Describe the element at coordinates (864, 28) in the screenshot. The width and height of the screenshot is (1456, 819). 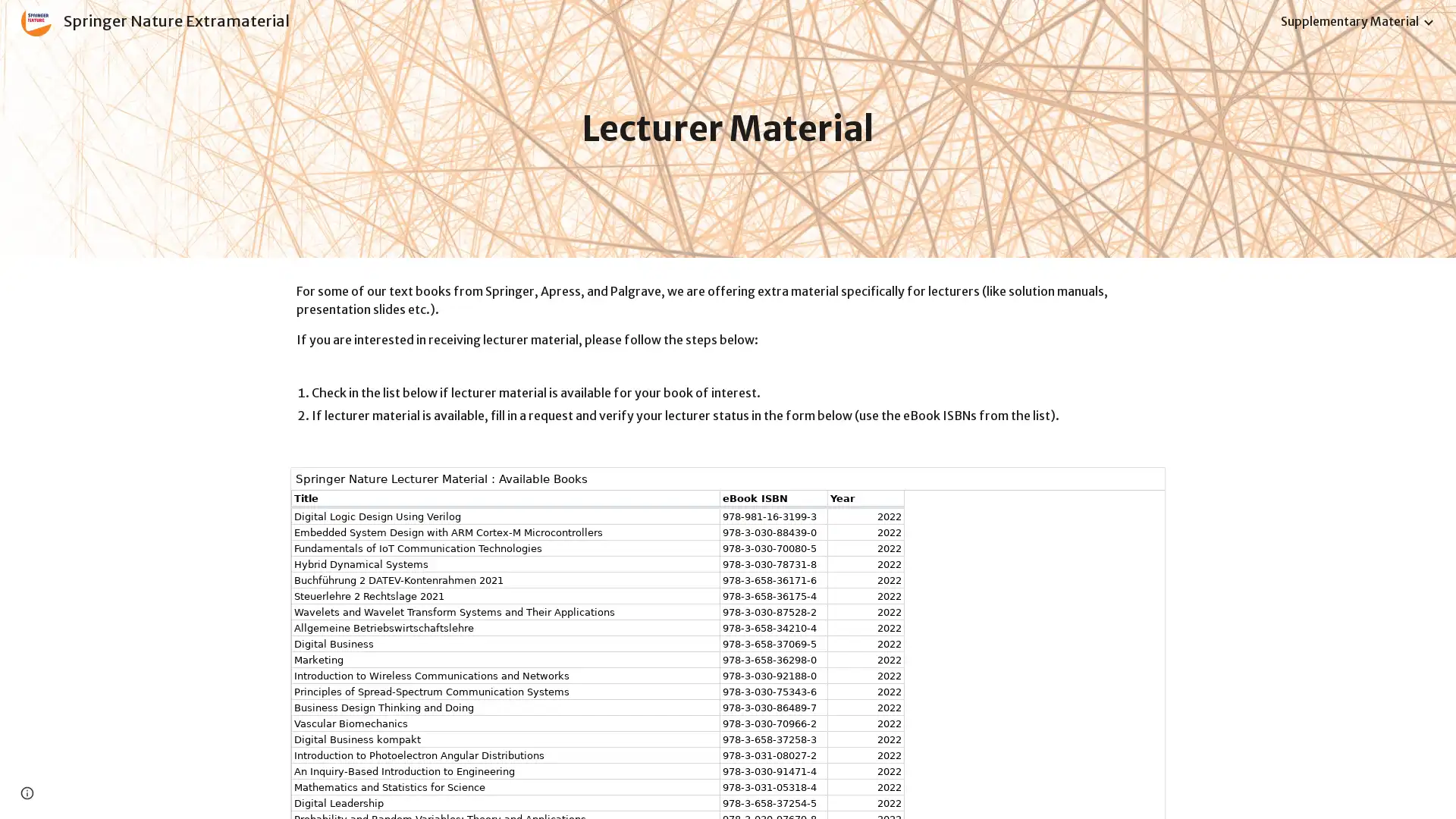
I see `Skip to navigation` at that location.